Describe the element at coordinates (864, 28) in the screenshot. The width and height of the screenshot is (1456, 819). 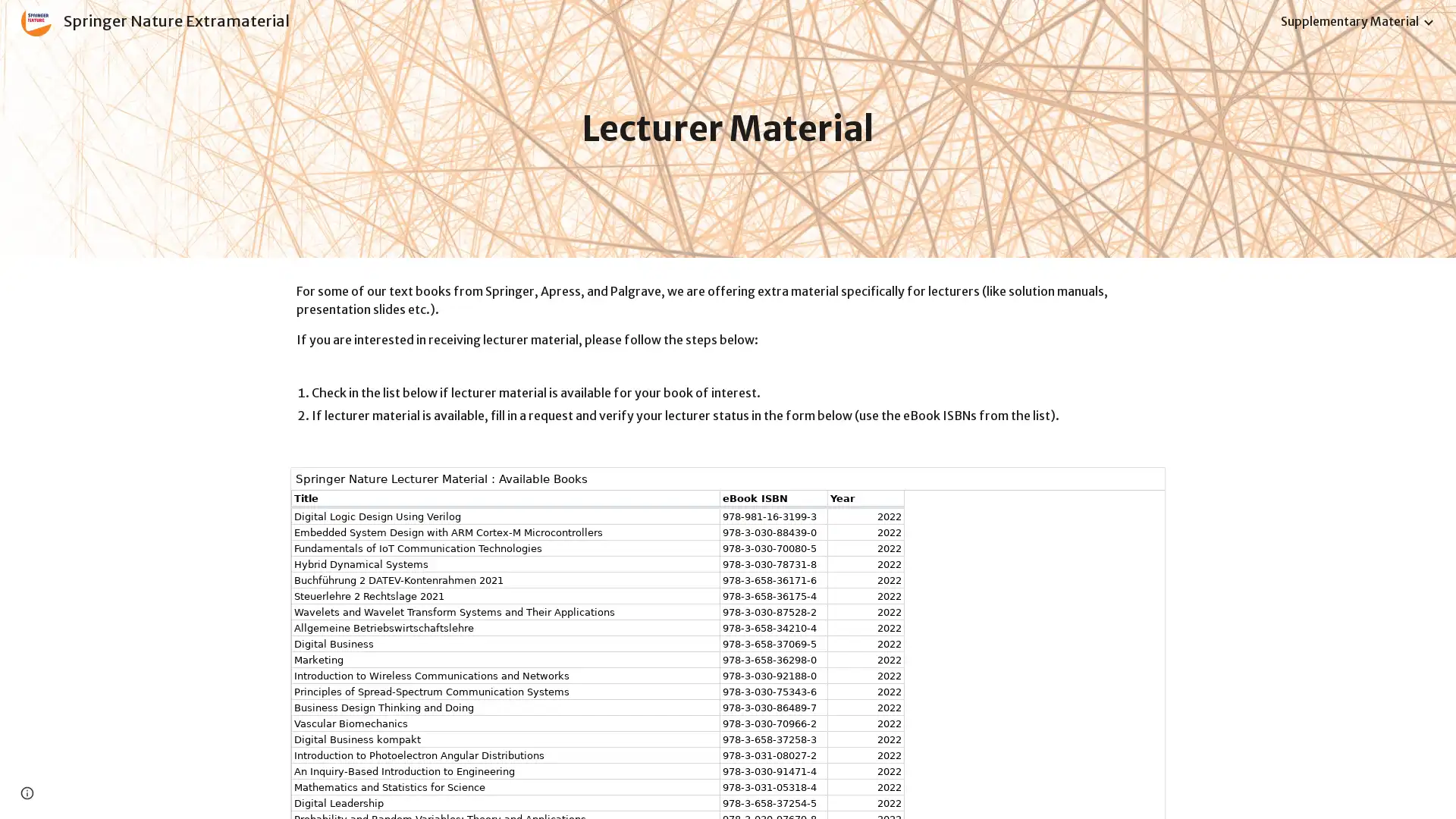
I see `Skip to navigation` at that location.